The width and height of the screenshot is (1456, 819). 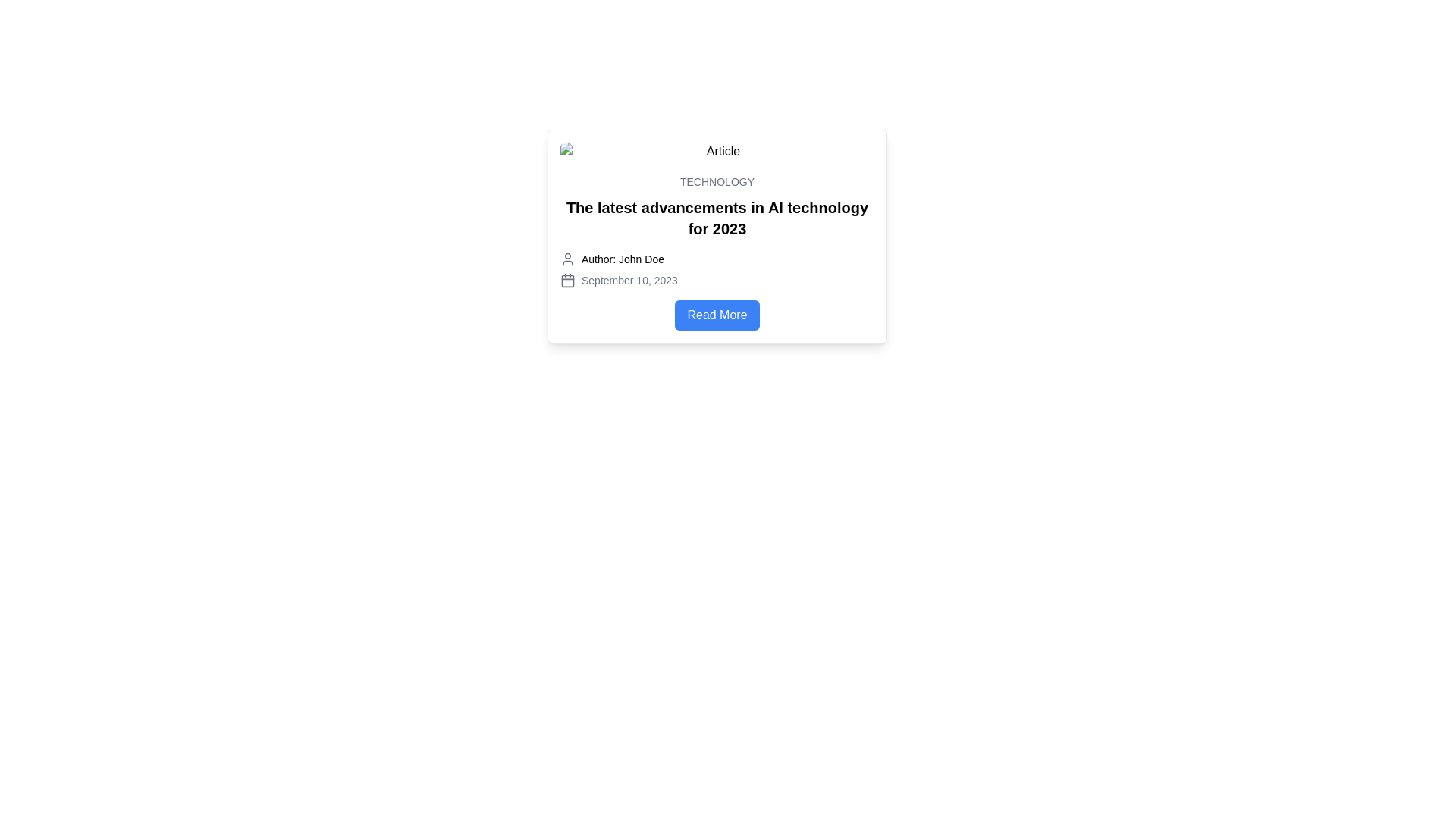 I want to click on the background component of the calendar icon in the article card, which supports the icon's design, so click(x=566, y=281).